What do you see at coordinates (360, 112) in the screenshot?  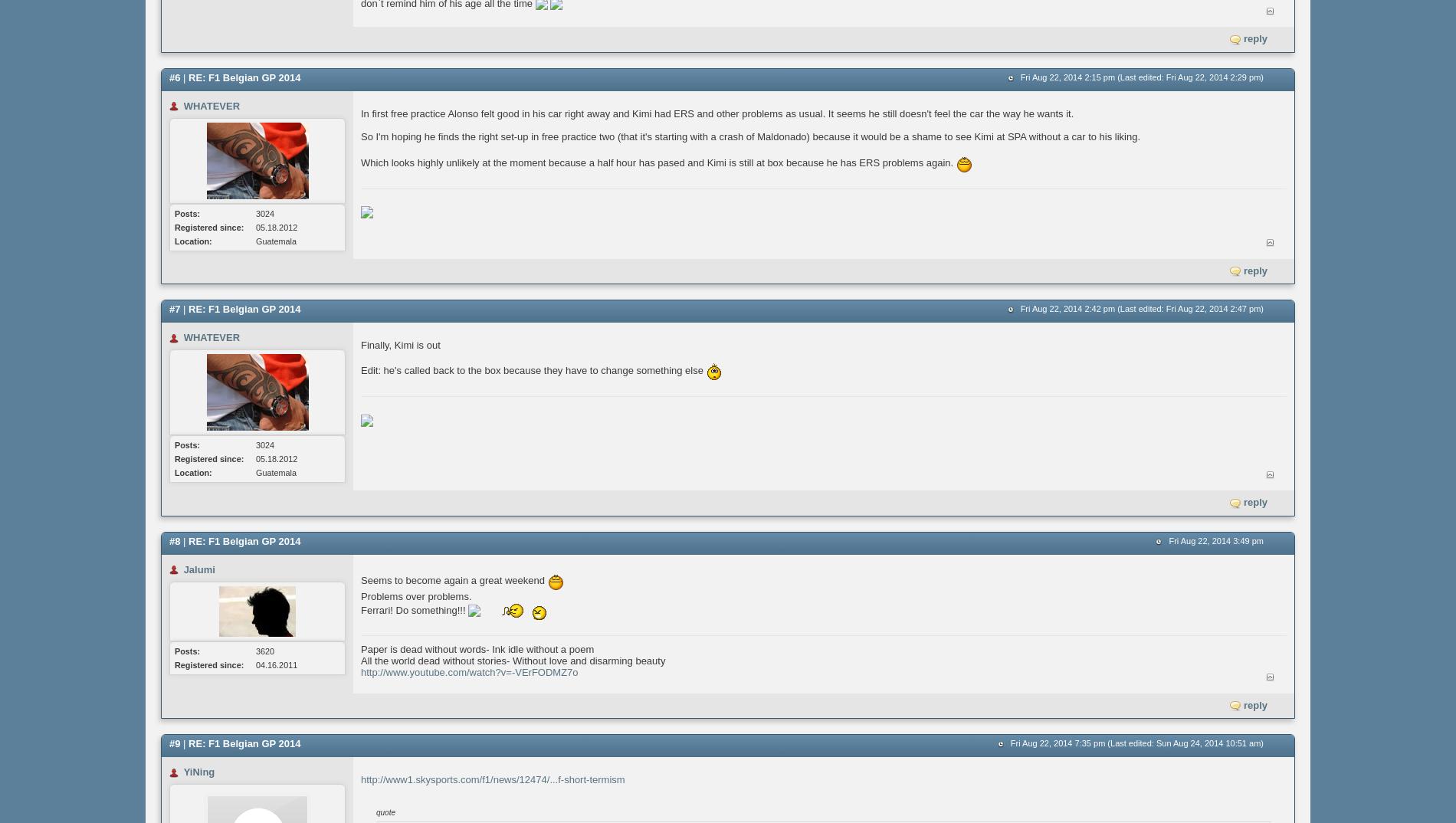 I see `'In first free practice Alonso felt good in his car right away and Kimi had ERS and other problems as usual. It seems he still doesn't feel the car the way he wants it.'` at bounding box center [360, 112].